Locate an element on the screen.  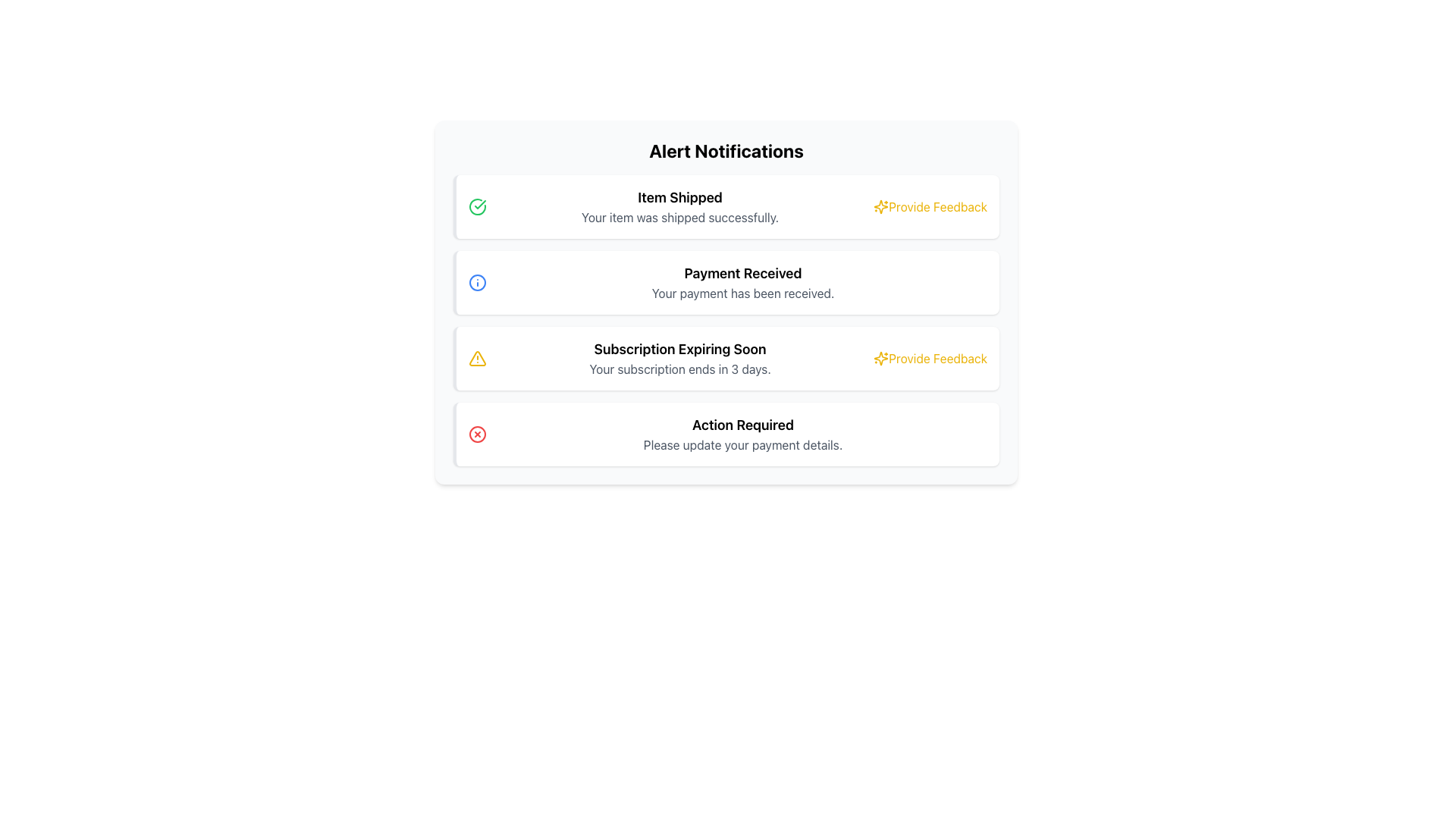
the Notification Card that alerts the user about the expiration of their subscription in three days, positioned as the third notification in the vertical list is located at coordinates (726, 359).